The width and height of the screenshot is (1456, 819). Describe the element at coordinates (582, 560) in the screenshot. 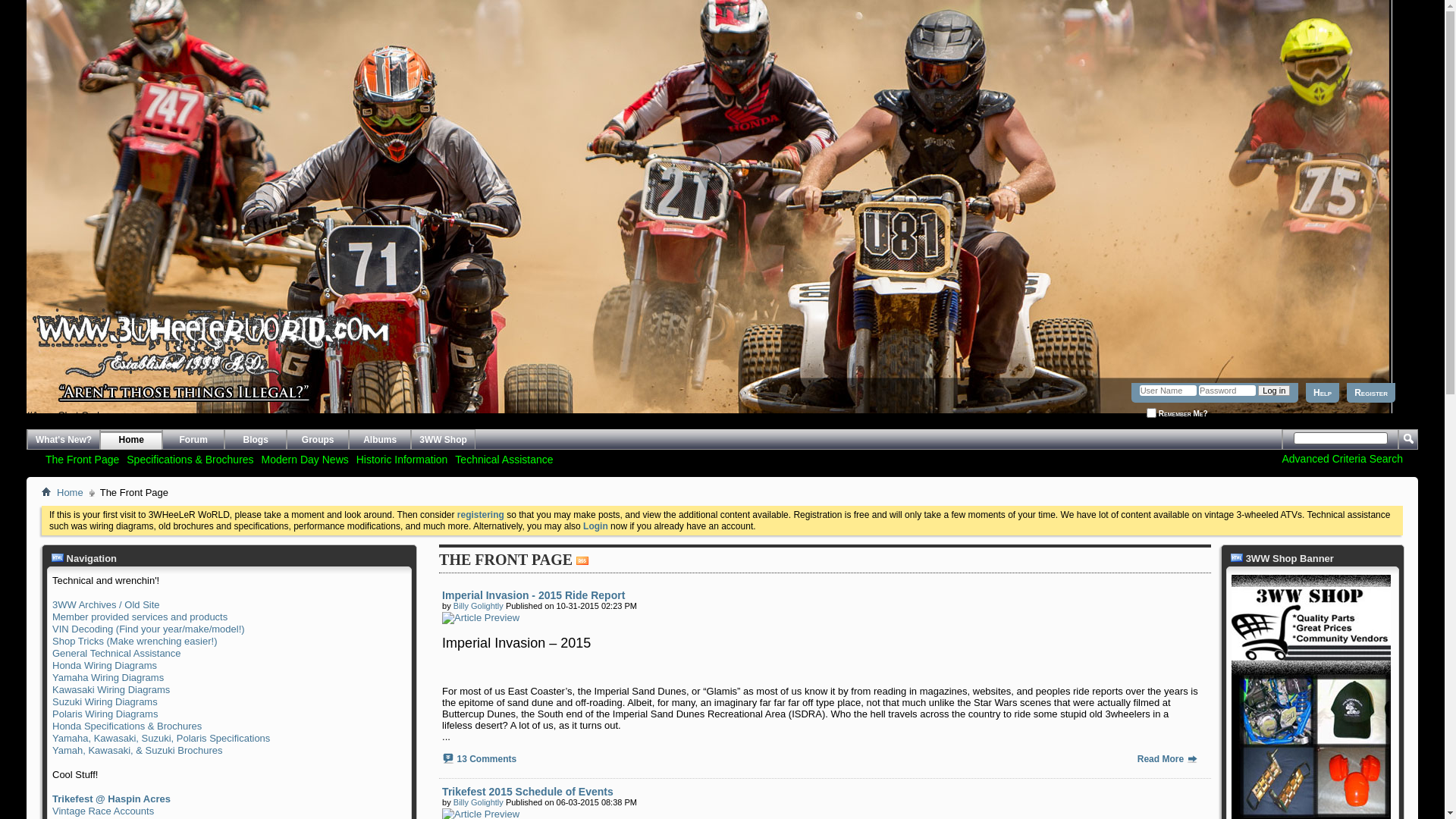

I see `'RSS Feed'` at that location.